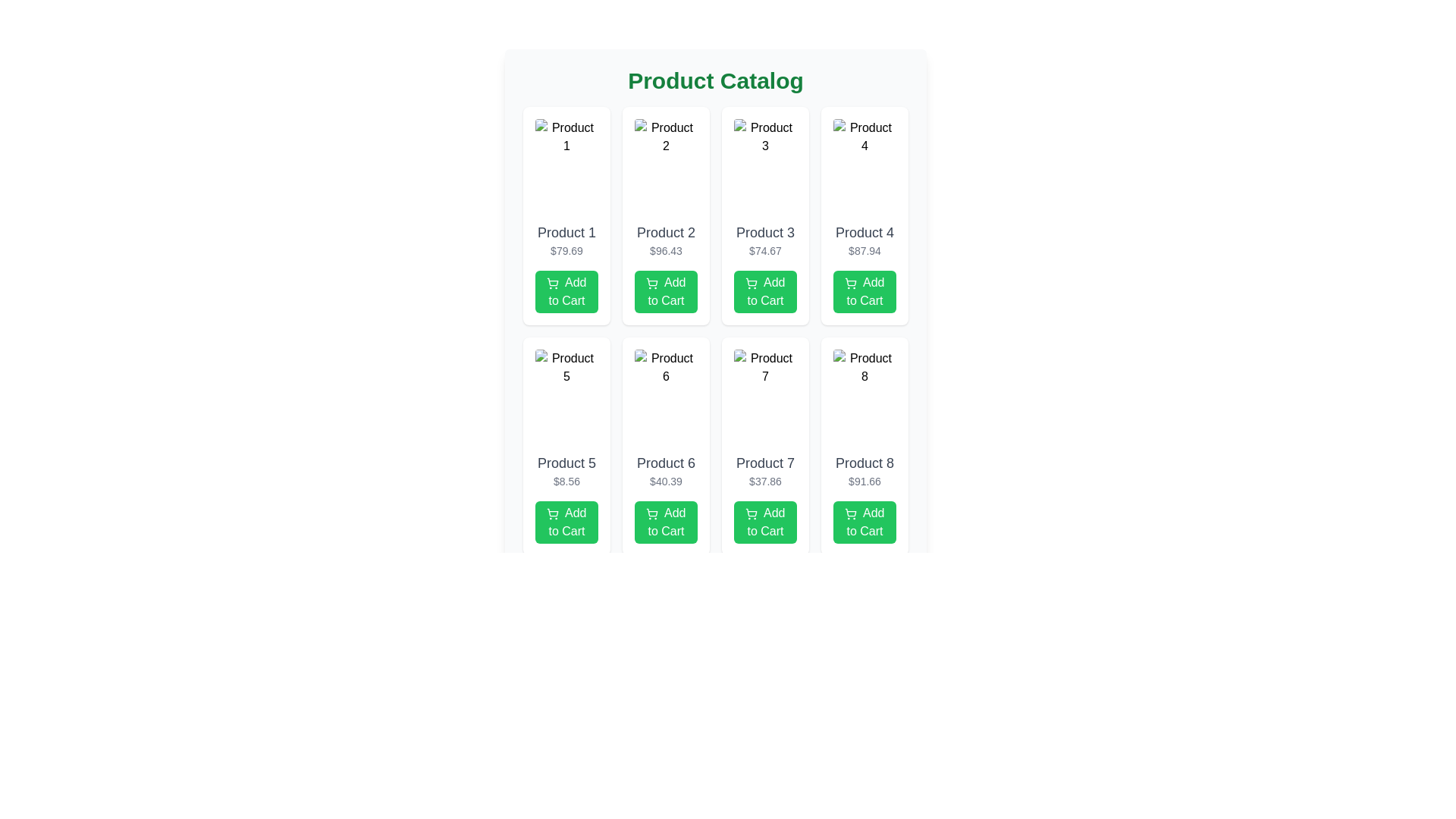  I want to click on the image area labeled 'Product 1' located at the top of the first card in the product grid by moving the cursor to its center, so click(566, 167).